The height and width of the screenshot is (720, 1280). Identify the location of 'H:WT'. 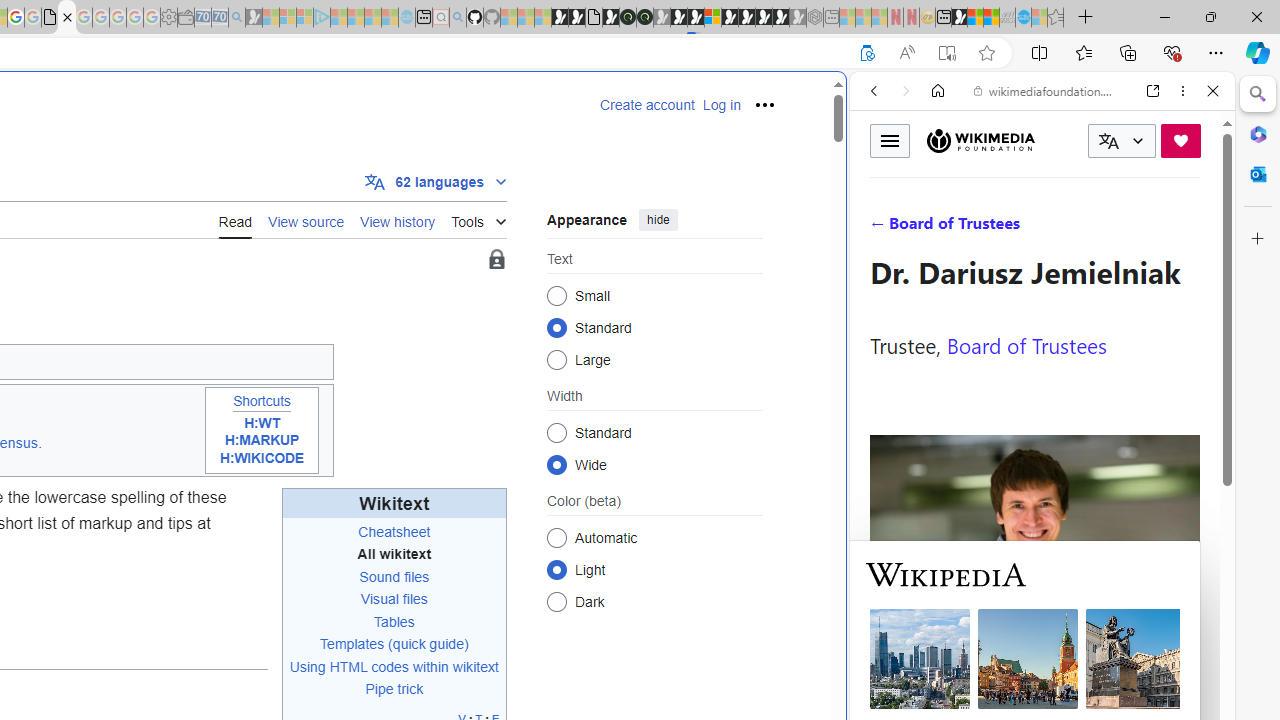
(261, 422).